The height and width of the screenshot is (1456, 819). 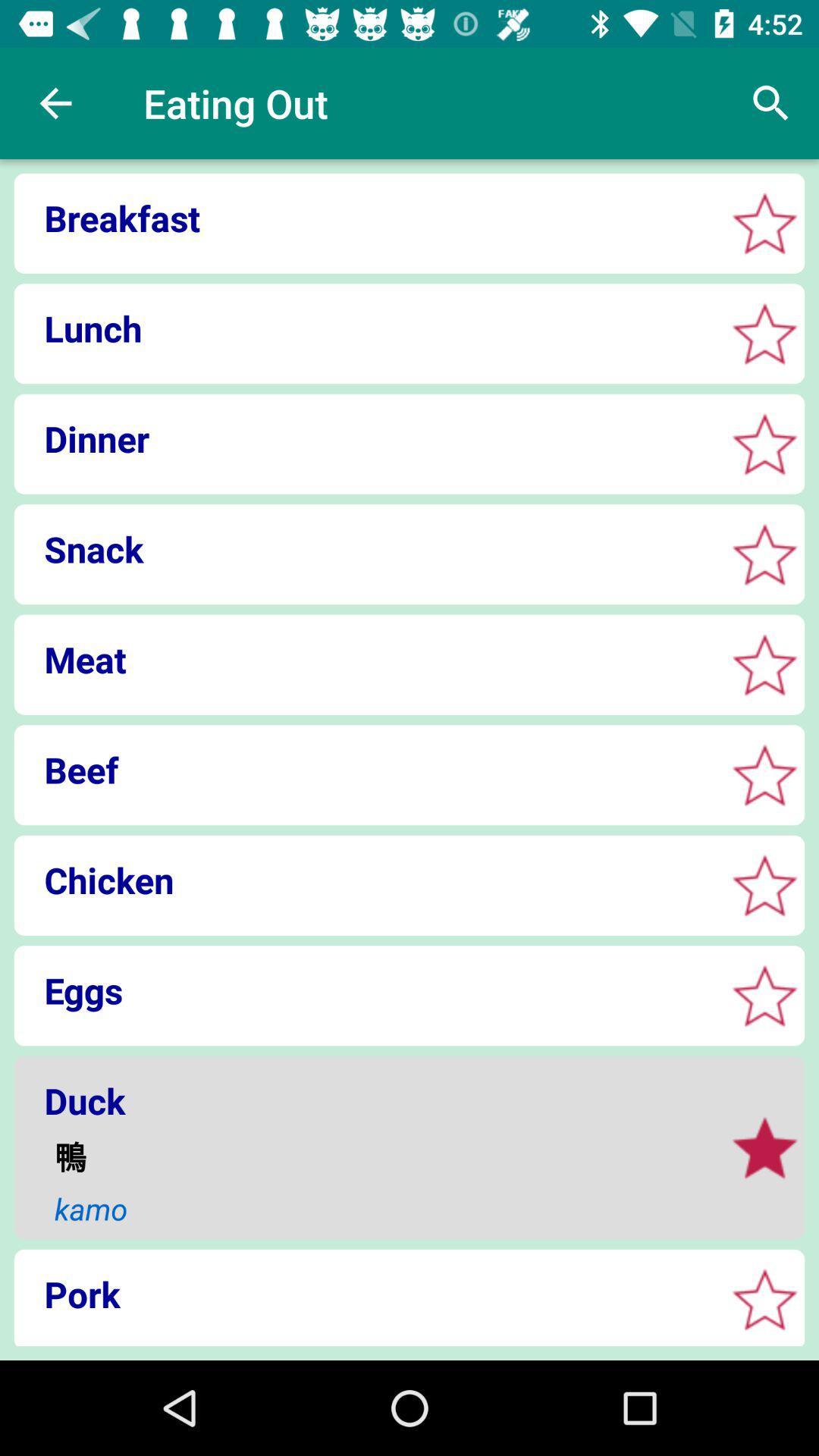 What do you see at coordinates (365, 328) in the screenshot?
I see `lunch item` at bounding box center [365, 328].